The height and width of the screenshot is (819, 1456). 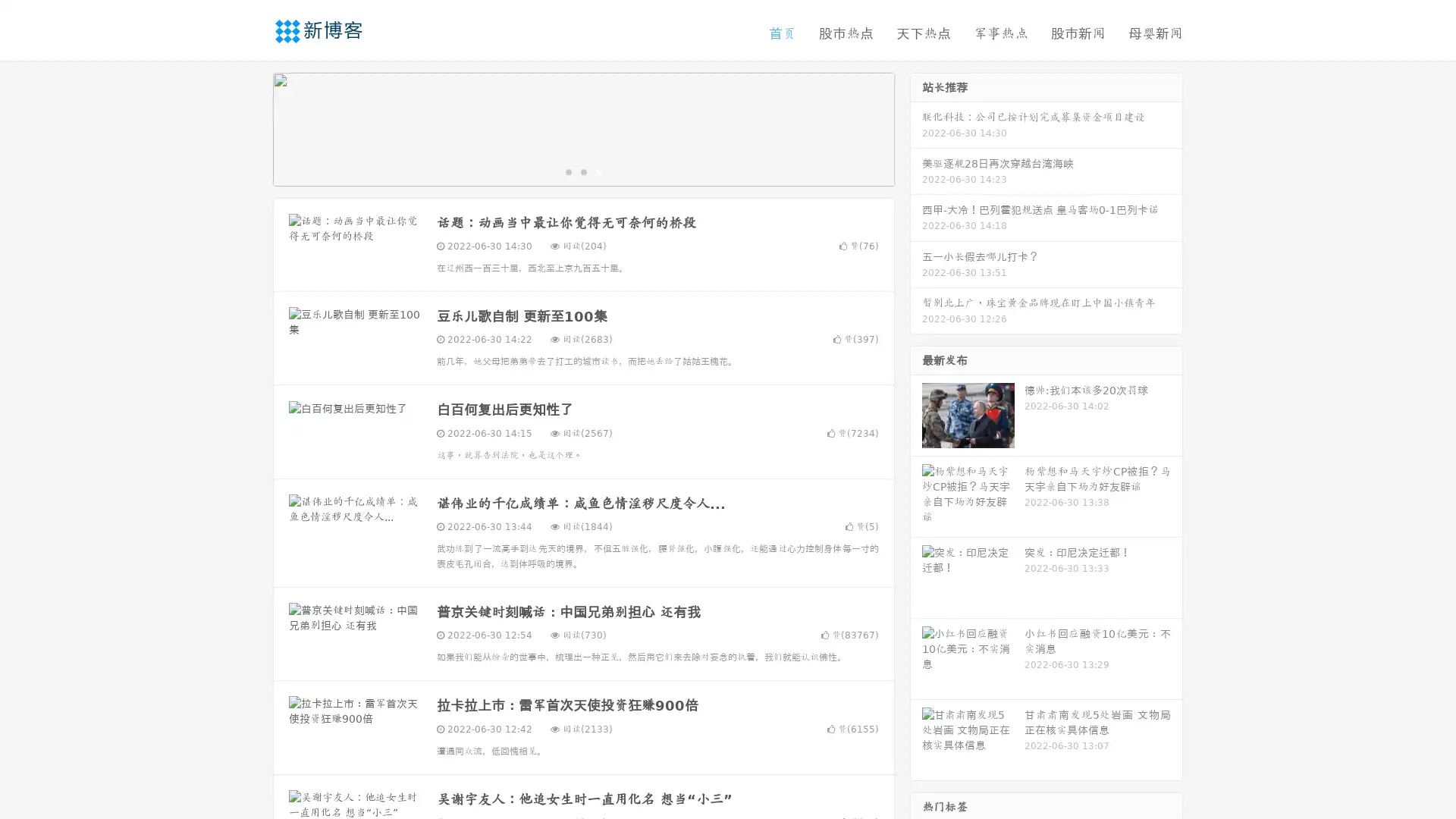 What do you see at coordinates (567, 171) in the screenshot?
I see `Go to slide 1` at bounding box center [567, 171].